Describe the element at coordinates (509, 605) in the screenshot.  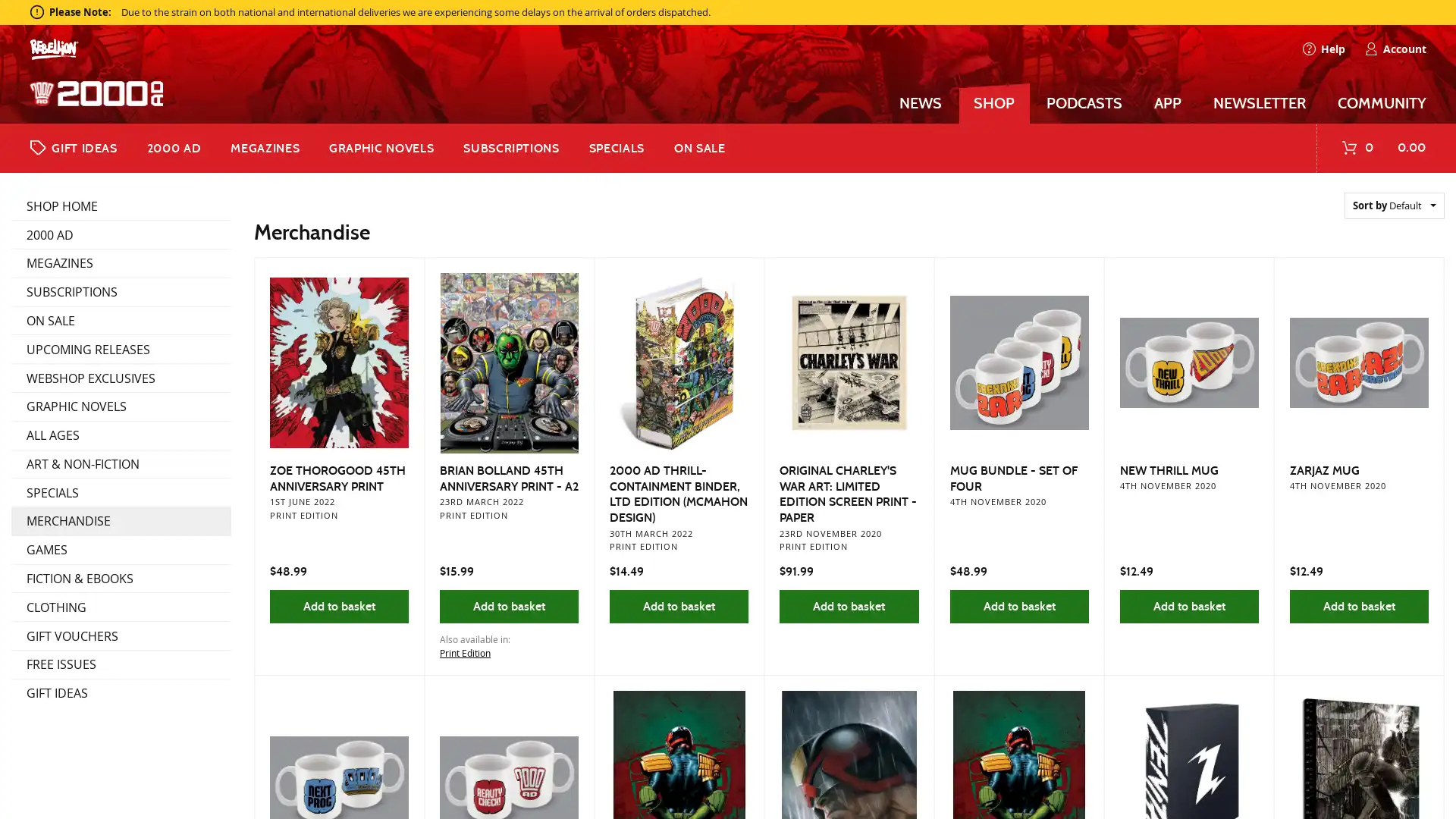
I see `Add to basket` at that location.